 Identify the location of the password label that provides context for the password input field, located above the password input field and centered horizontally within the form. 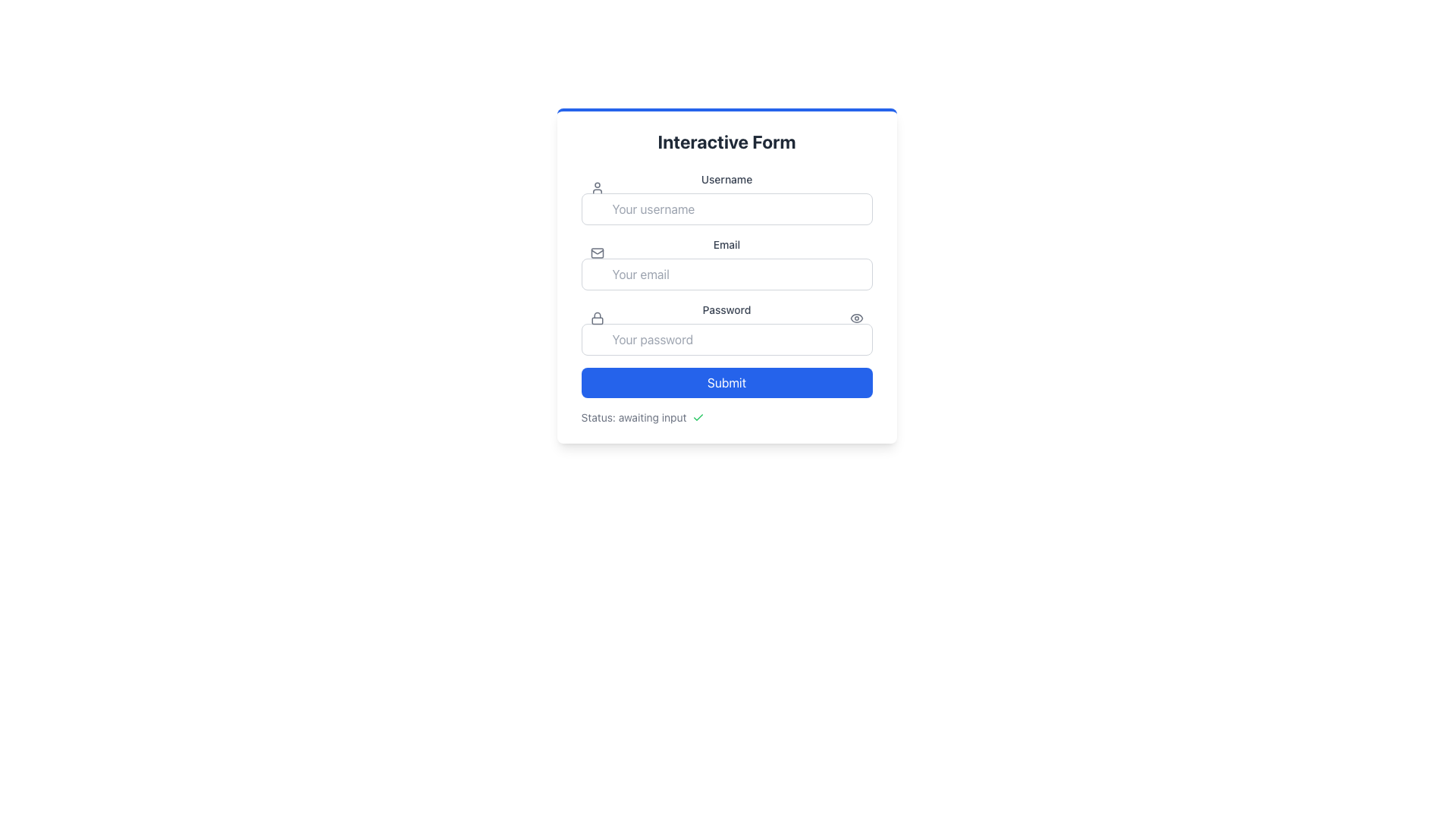
(726, 309).